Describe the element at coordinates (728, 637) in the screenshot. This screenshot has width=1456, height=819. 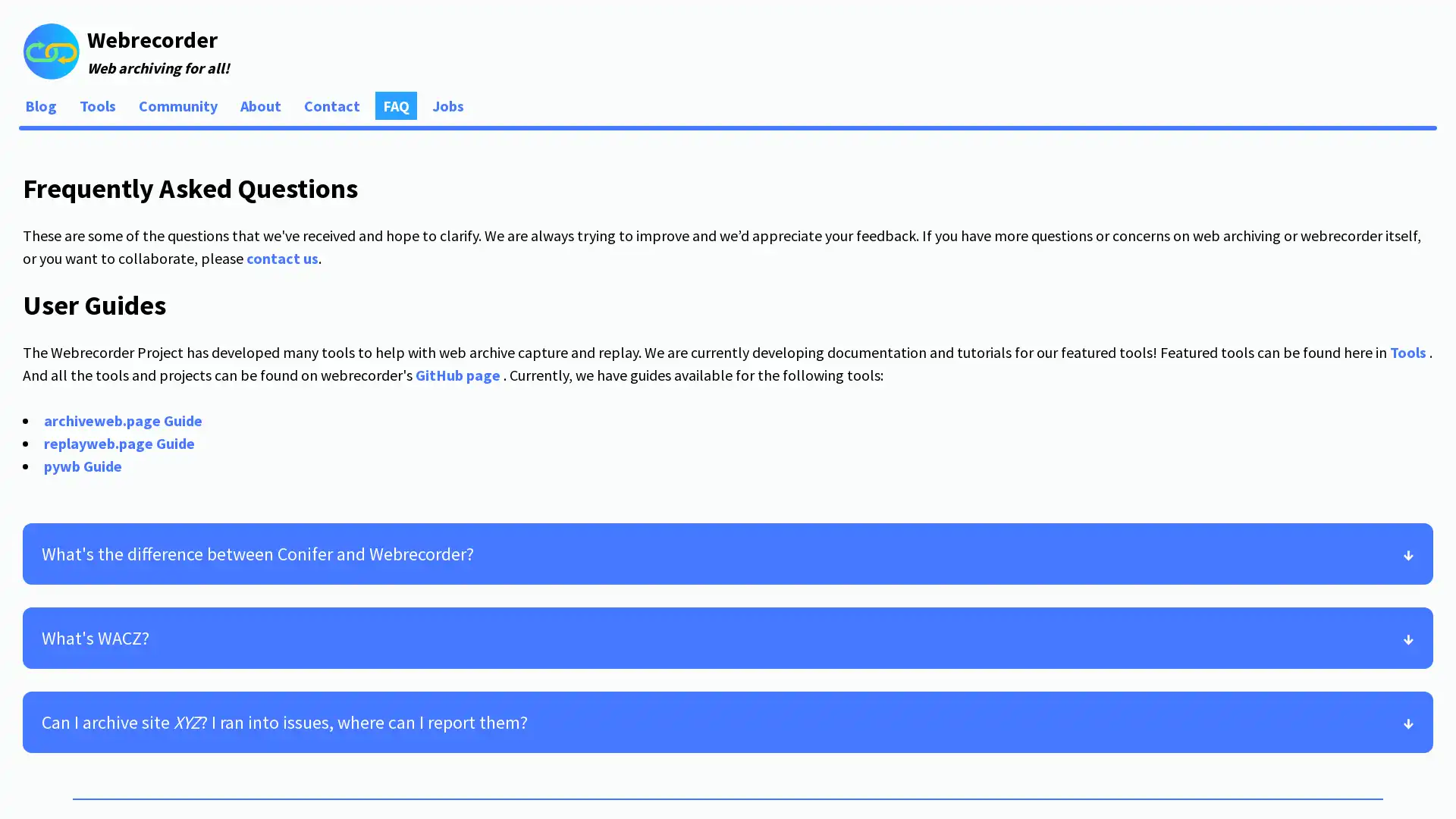
I see `What's WACZ?` at that location.